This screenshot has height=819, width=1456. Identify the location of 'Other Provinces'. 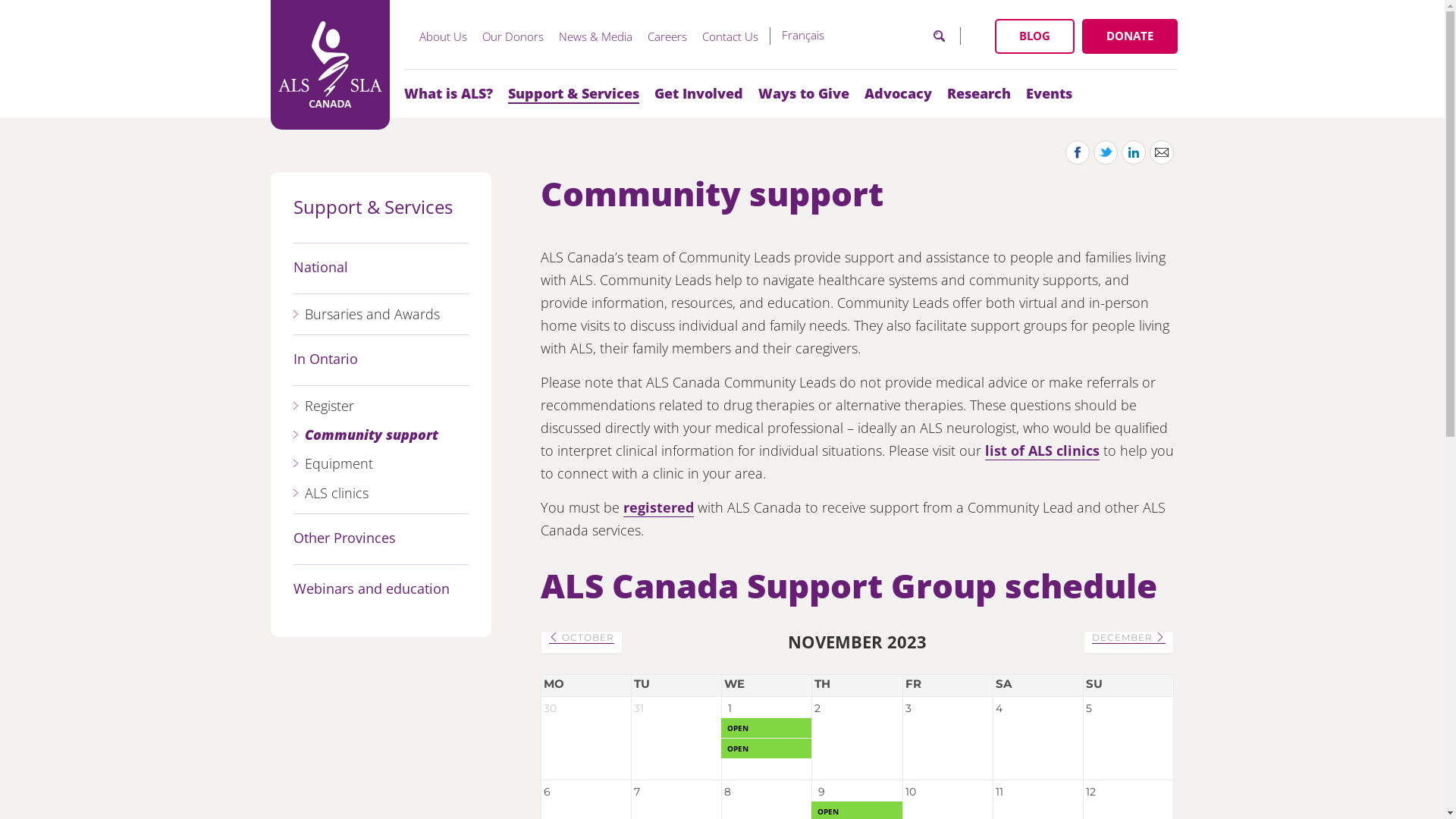
(344, 538).